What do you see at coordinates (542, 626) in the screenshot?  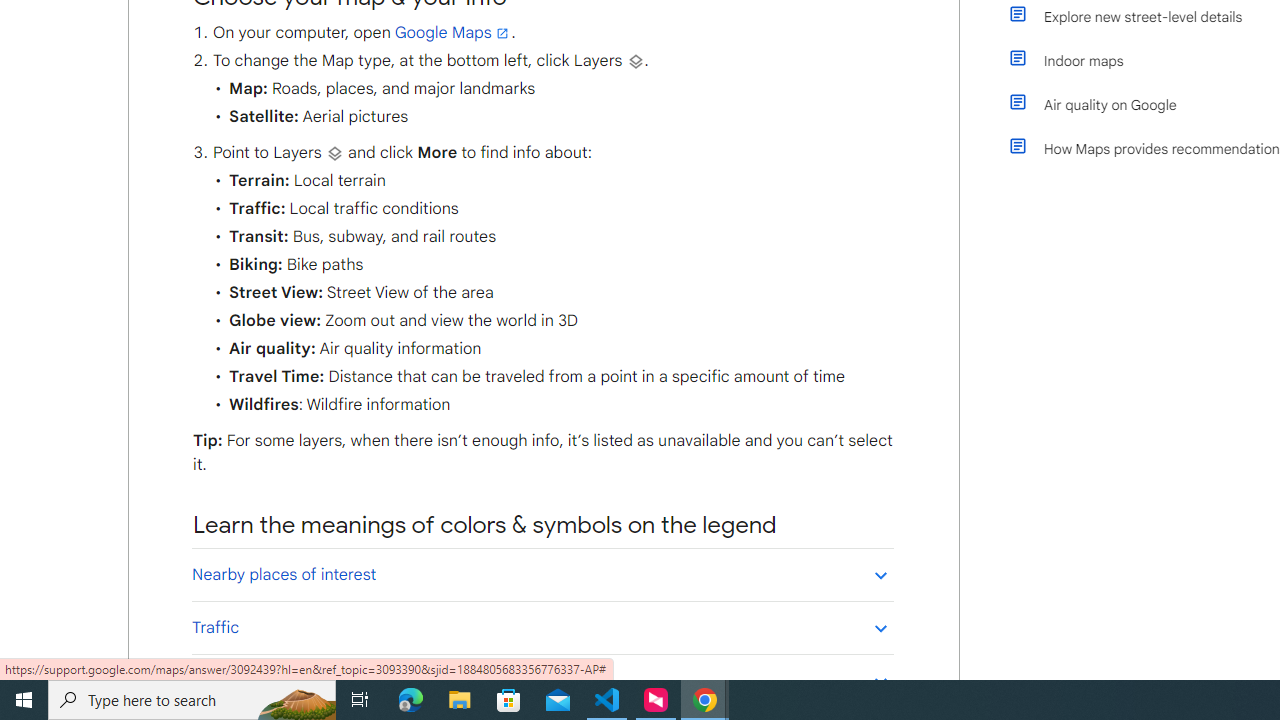 I see `'Traffic'` at bounding box center [542, 626].